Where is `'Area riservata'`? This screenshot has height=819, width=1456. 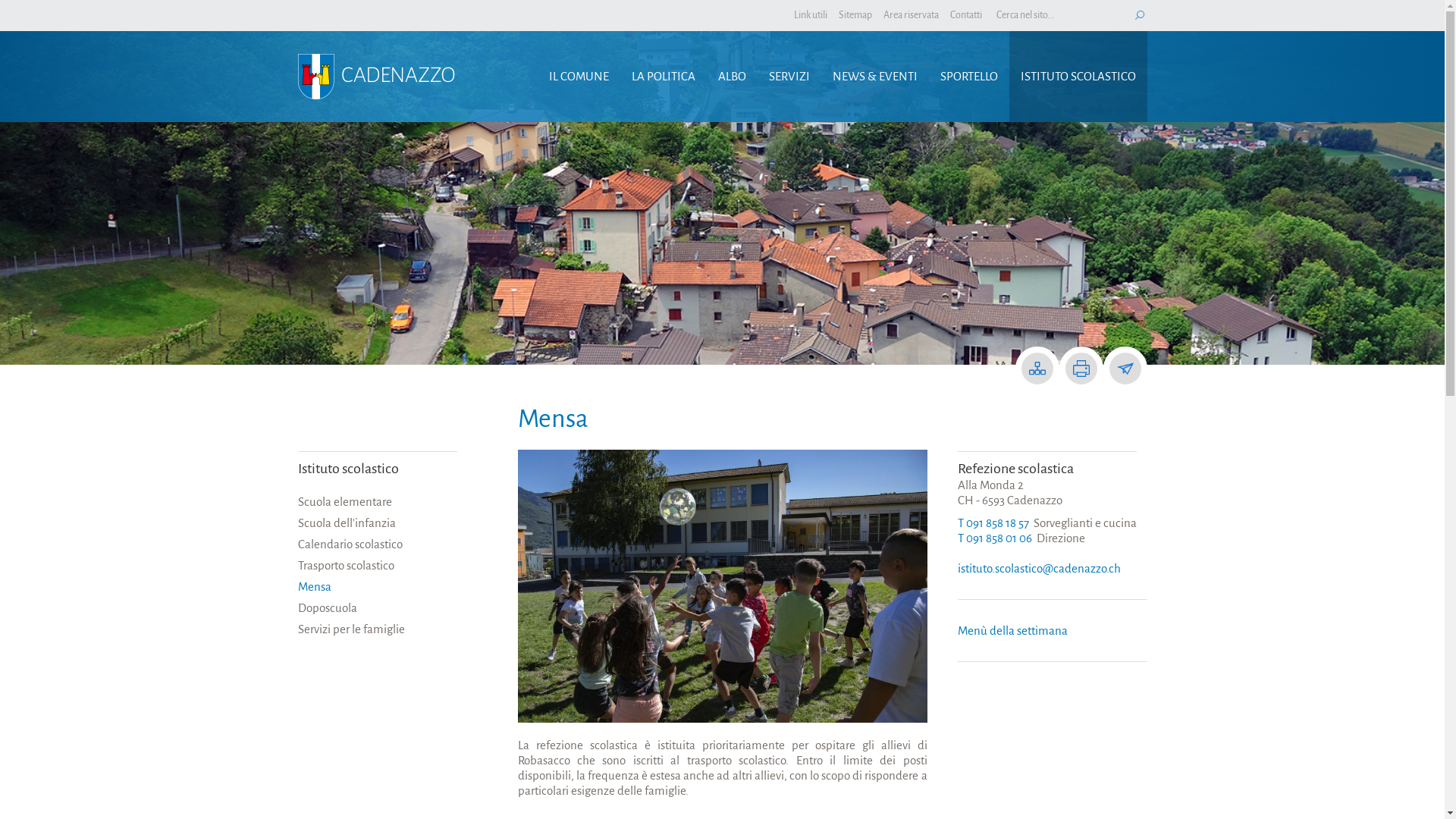
'Area riservata' is located at coordinates (910, 15).